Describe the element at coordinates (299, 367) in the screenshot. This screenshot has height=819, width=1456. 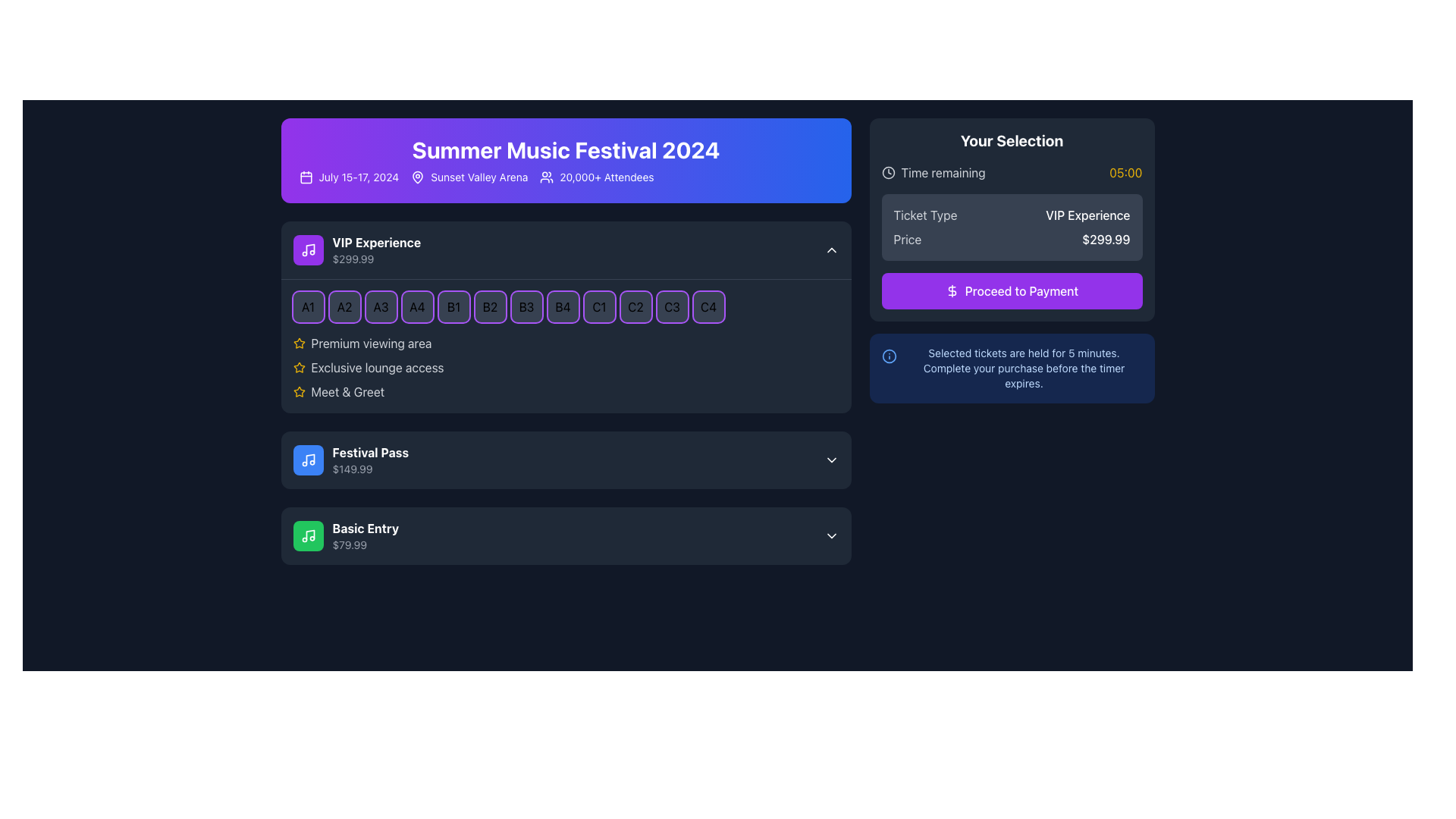
I see `the yellow star-shaped icon that represents VIP or premium features, located below the 'VIP Experience' section header and to the left of the 'Premium viewing area' label` at that location.